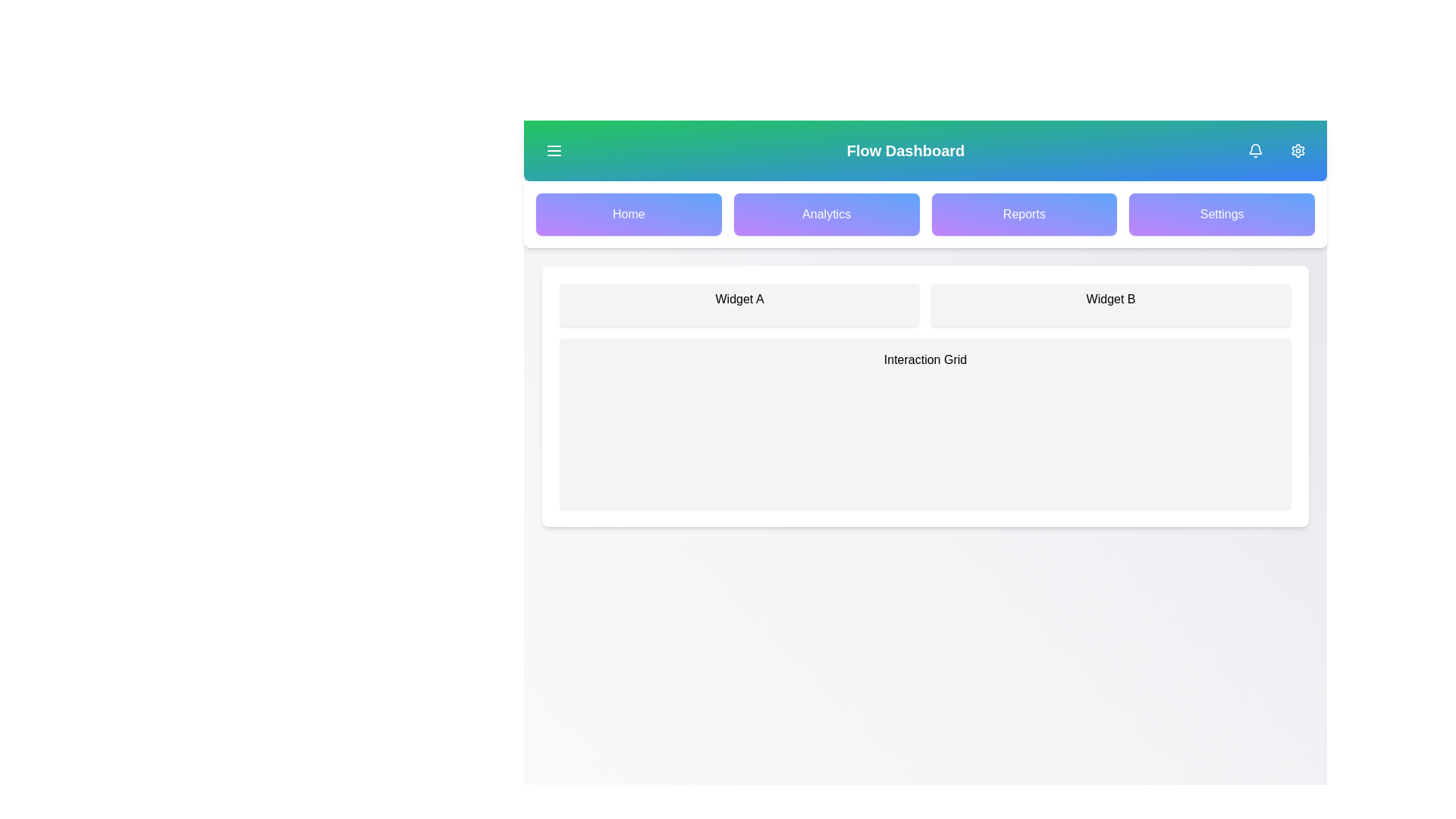 The width and height of the screenshot is (1456, 819). What do you see at coordinates (1256, 151) in the screenshot?
I see `the notification button in the header` at bounding box center [1256, 151].